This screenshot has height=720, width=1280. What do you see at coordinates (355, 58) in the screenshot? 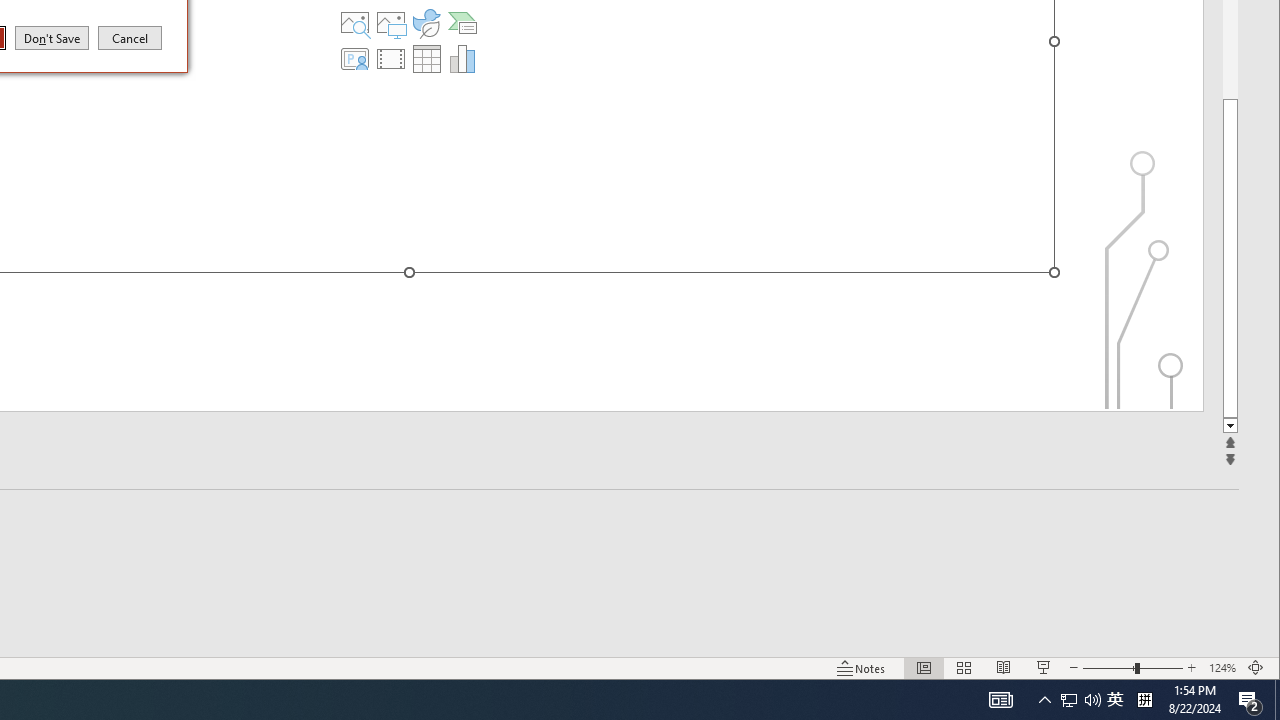
I see `'Insert Cameo'` at bounding box center [355, 58].